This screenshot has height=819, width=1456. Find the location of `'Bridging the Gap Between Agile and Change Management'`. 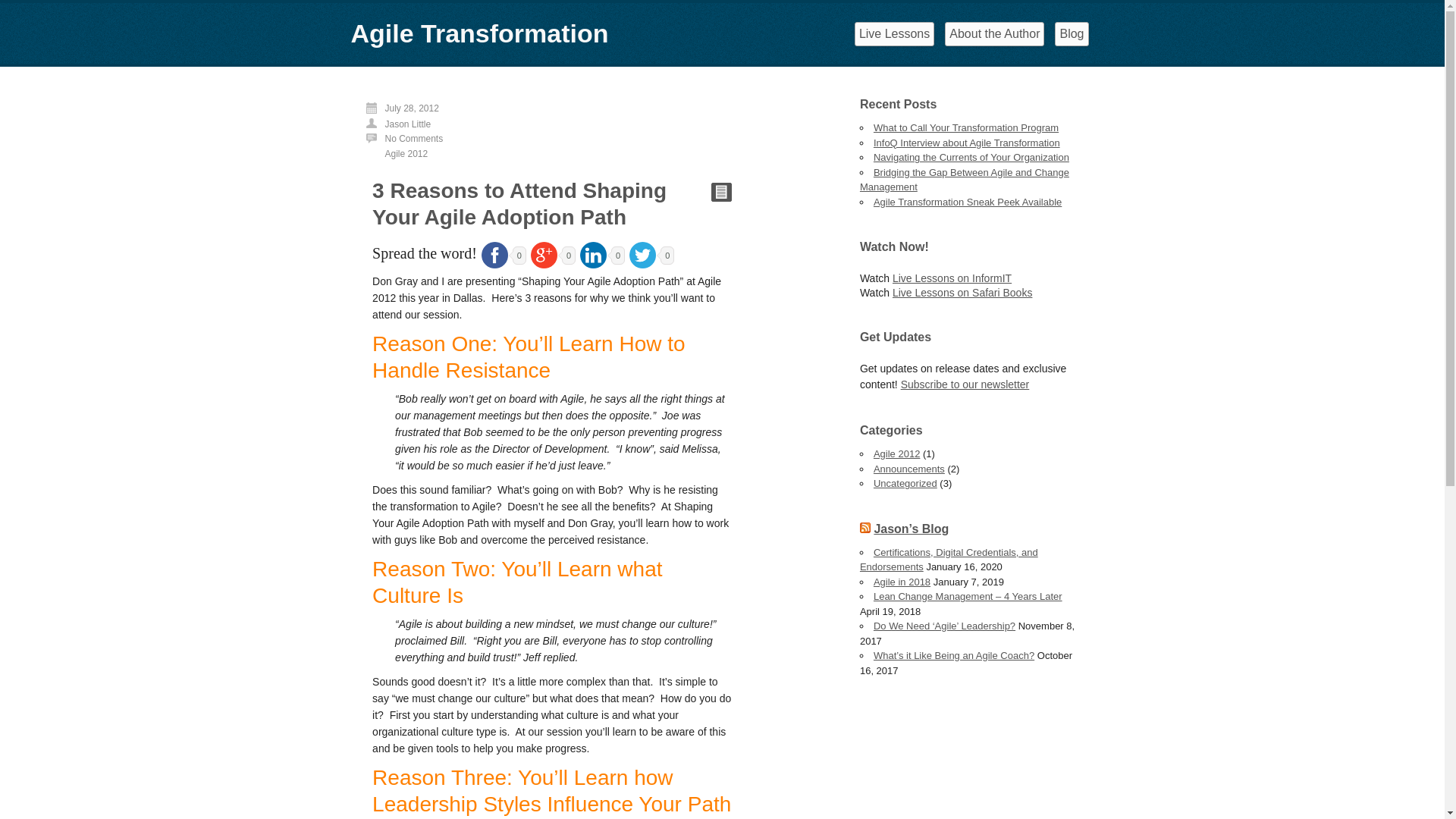

'Bridging the Gap Between Agile and Change Management' is located at coordinates (964, 179).